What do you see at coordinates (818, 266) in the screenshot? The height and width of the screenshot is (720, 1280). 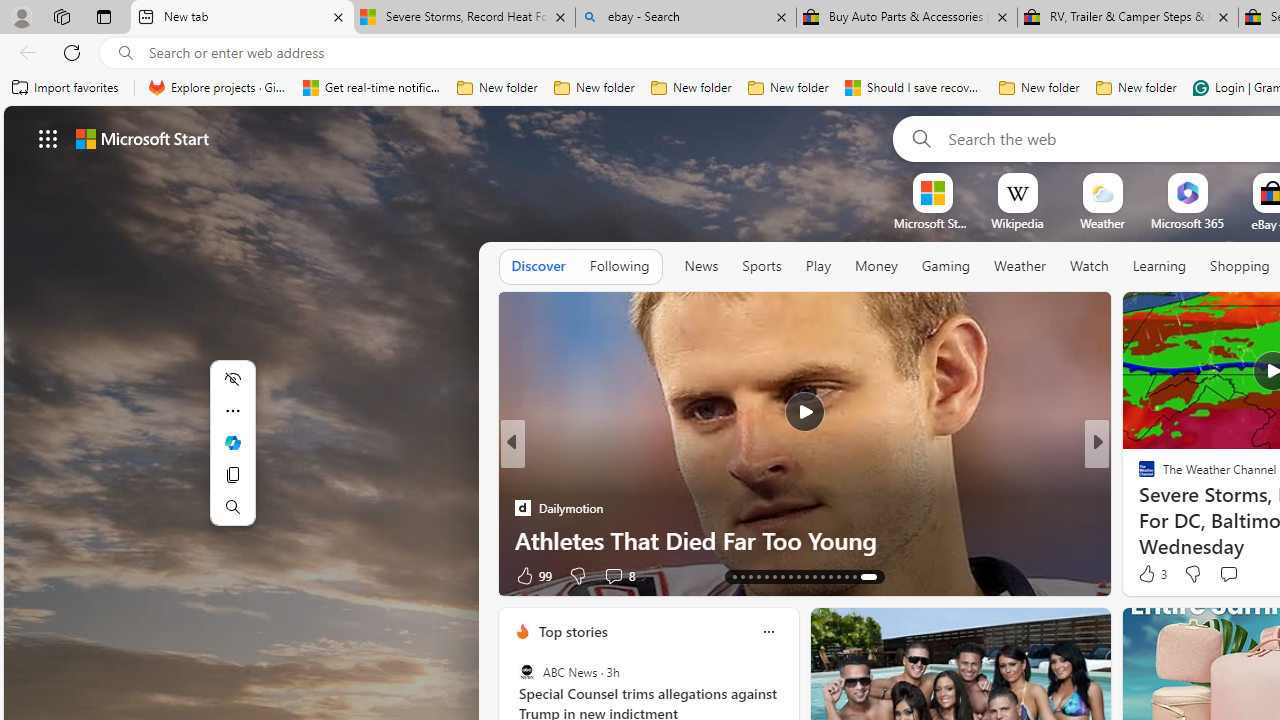 I see `'Play'` at bounding box center [818, 266].